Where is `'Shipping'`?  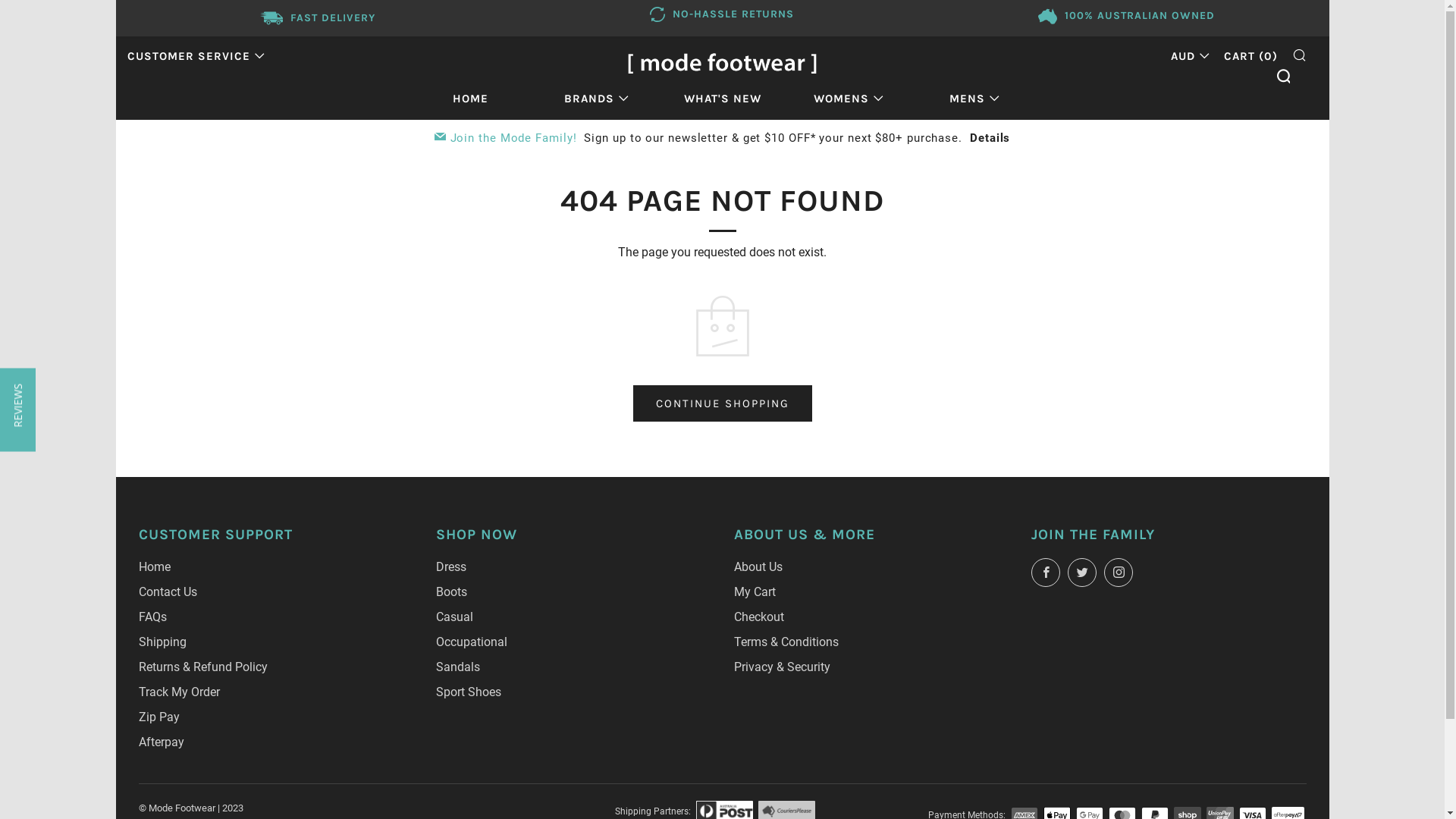
'Shipping' is located at coordinates (162, 642).